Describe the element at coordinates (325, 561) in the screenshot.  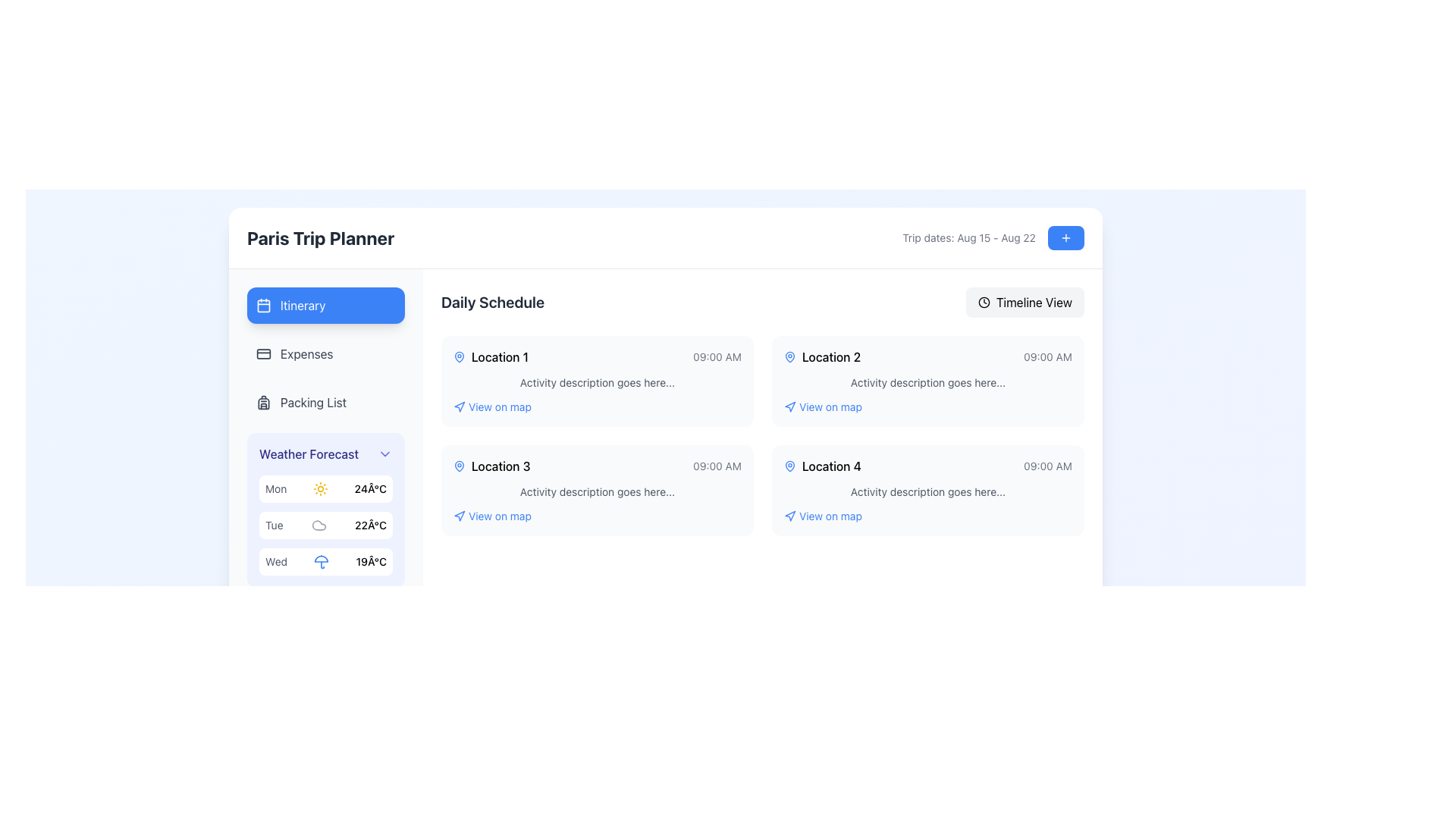
I see `the weather display card for Wednesday` at that location.